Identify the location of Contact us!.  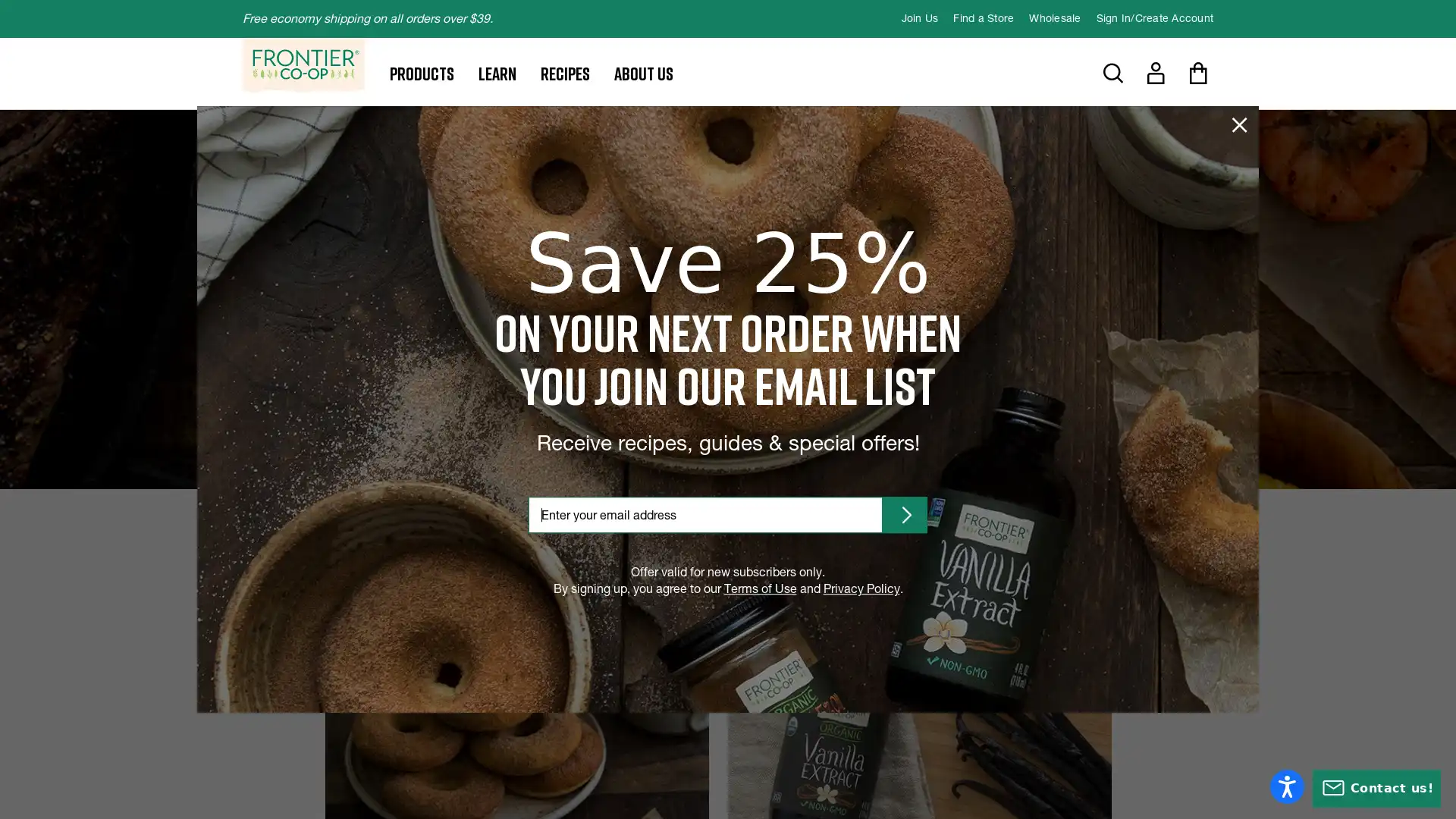
(1376, 788).